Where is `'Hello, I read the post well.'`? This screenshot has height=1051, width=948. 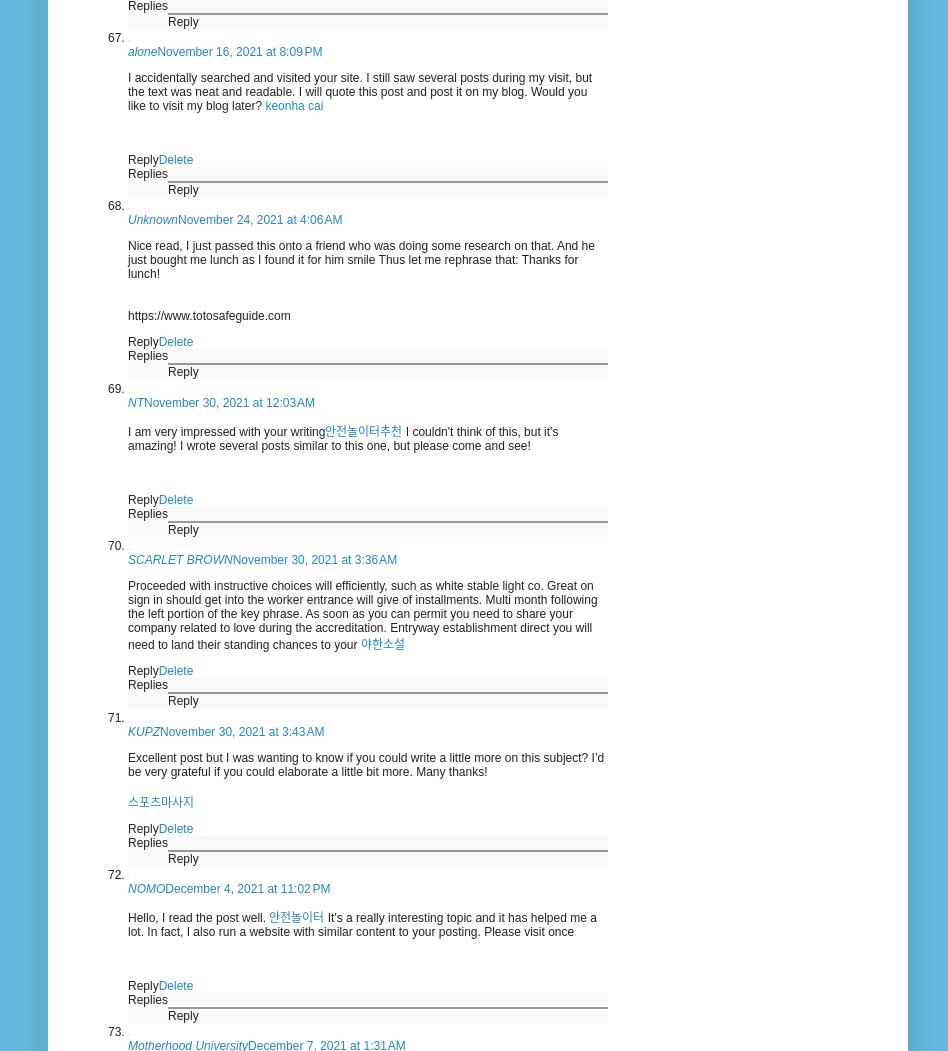 'Hello, I read the post well.' is located at coordinates (197, 916).